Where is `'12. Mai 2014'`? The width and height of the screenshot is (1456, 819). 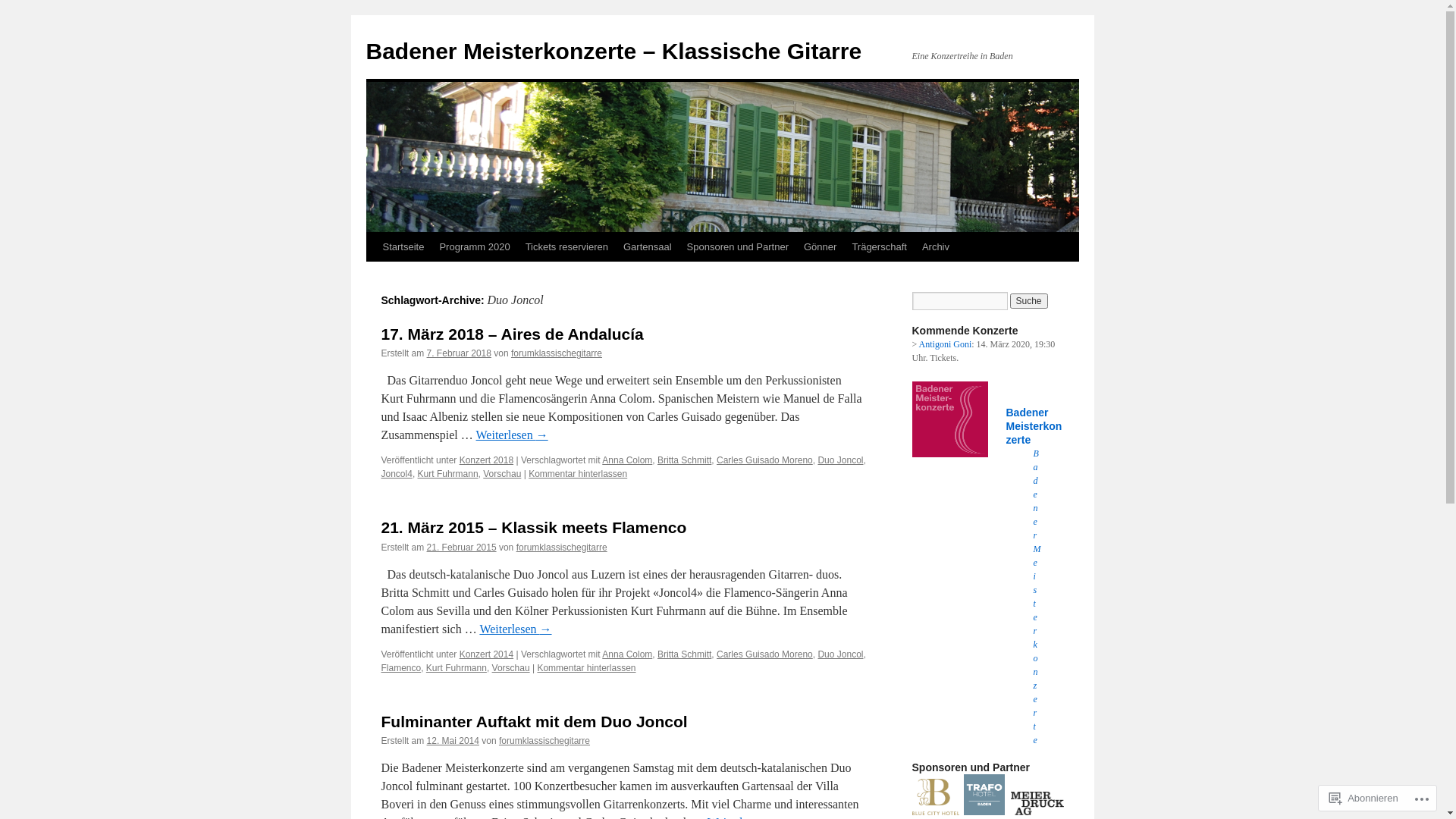 '12. Mai 2014' is located at coordinates (452, 739).